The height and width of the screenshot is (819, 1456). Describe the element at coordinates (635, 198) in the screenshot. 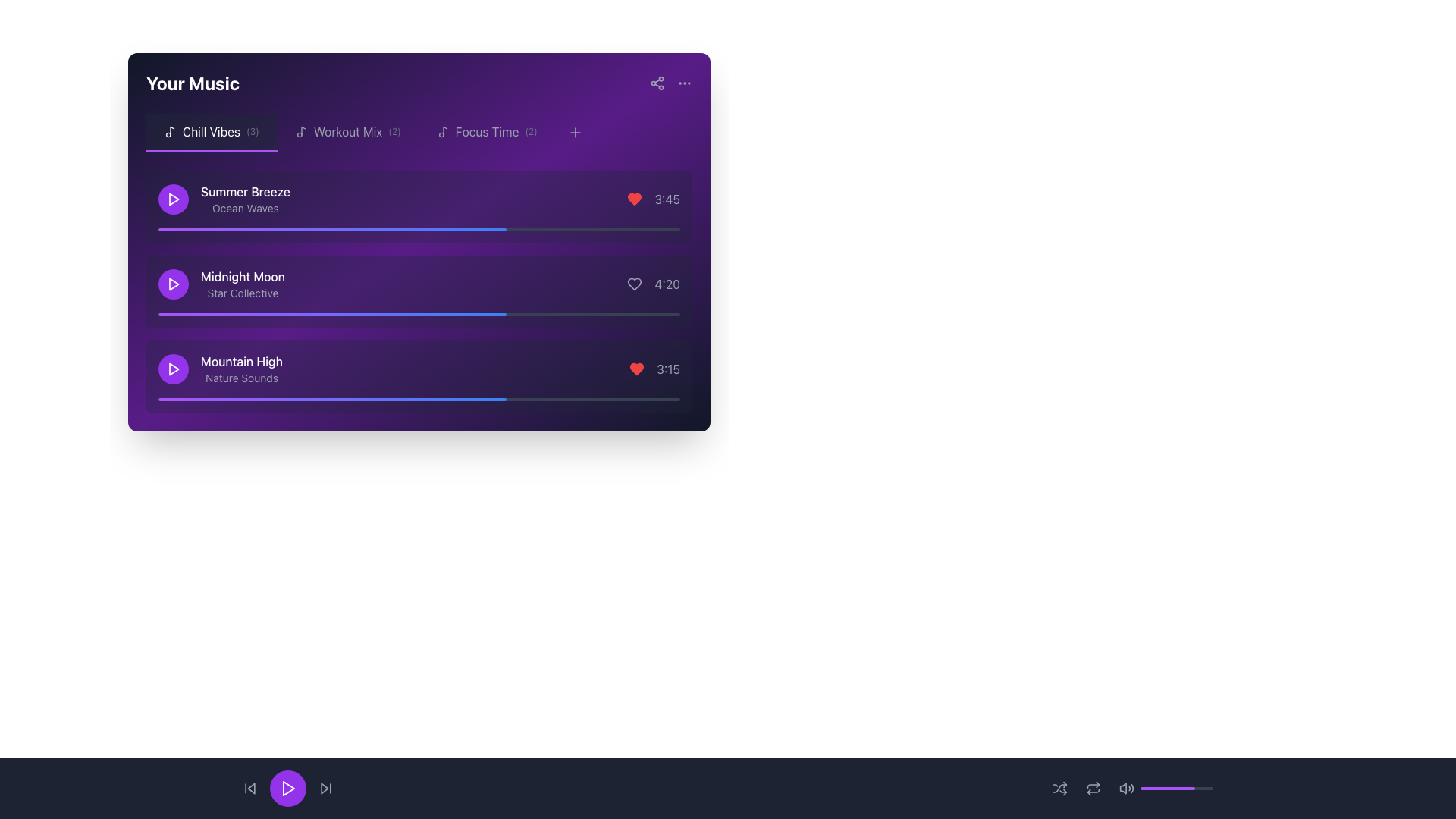

I see `the heart icon at the bottom of the track list in the music player section` at that location.